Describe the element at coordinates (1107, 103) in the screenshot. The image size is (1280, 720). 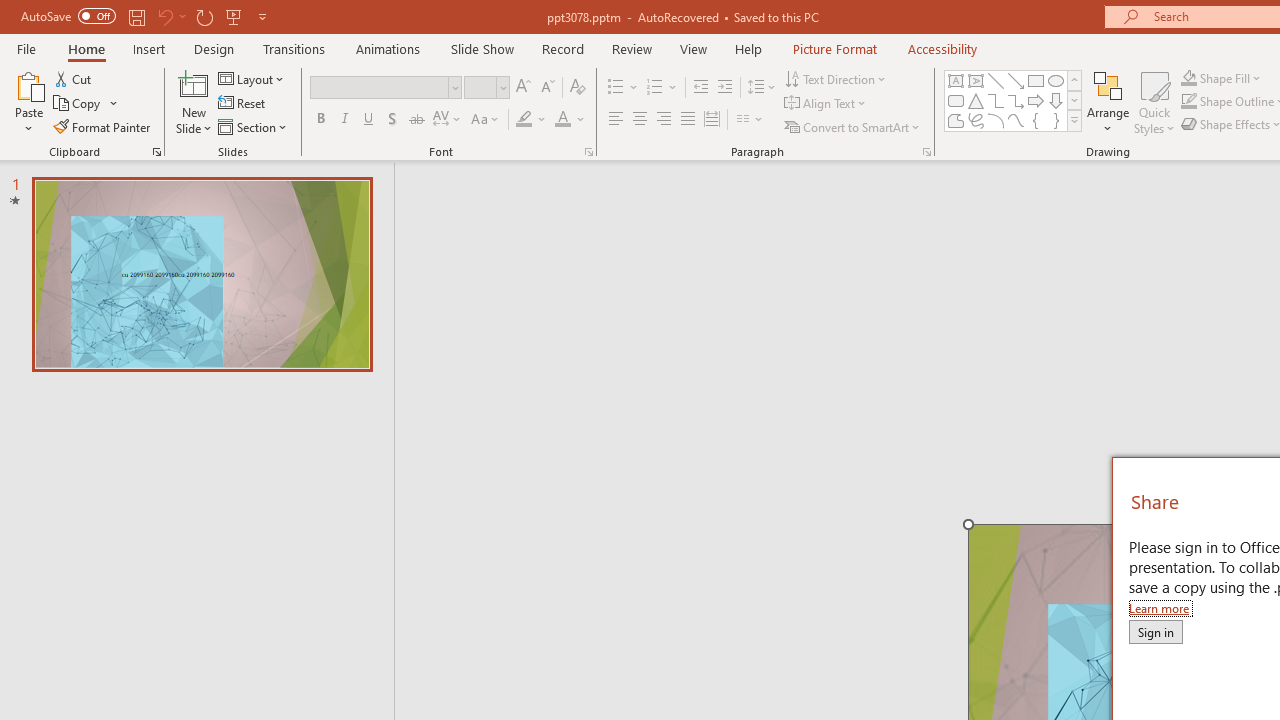
I see `'Arrange'` at that location.